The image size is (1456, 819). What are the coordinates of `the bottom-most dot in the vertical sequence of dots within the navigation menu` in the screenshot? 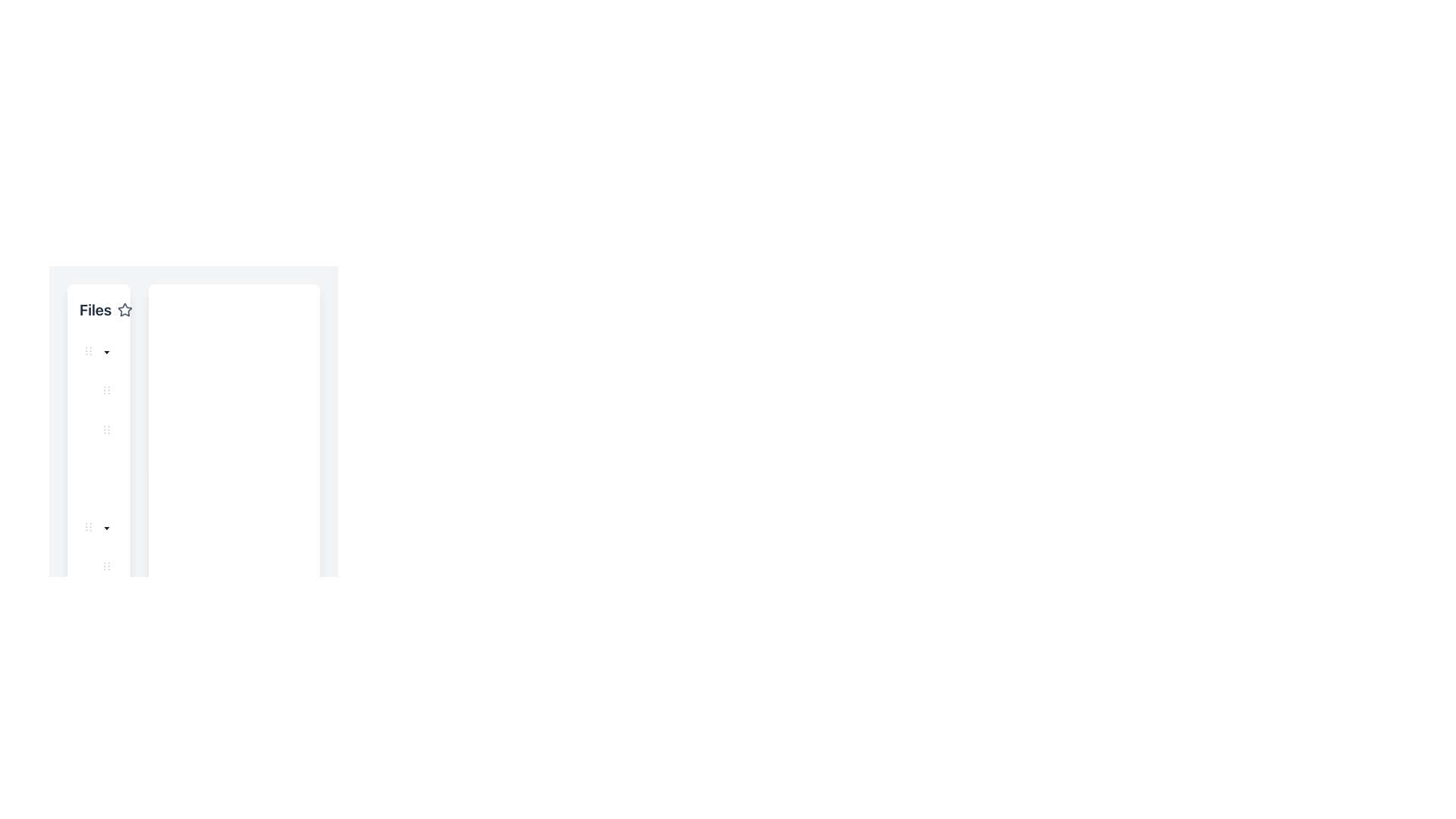 It's located at (105, 566).